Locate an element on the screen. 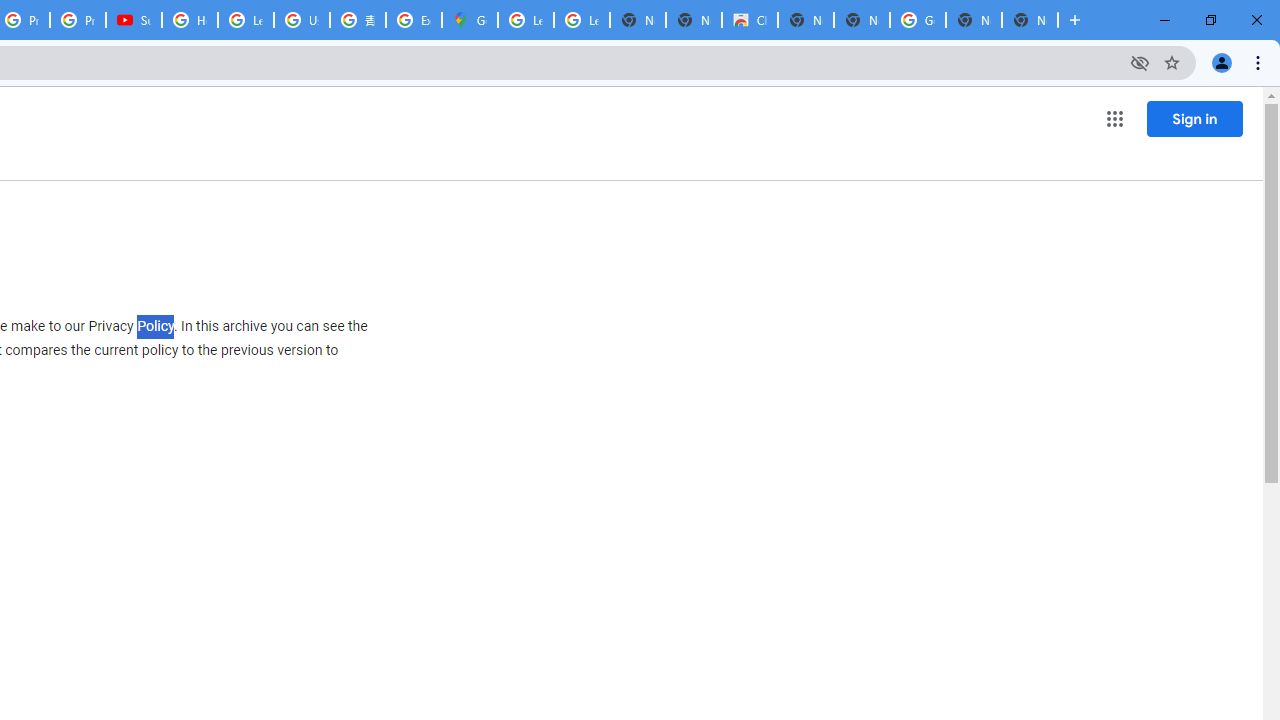  'New Tab' is located at coordinates (1030, 20).